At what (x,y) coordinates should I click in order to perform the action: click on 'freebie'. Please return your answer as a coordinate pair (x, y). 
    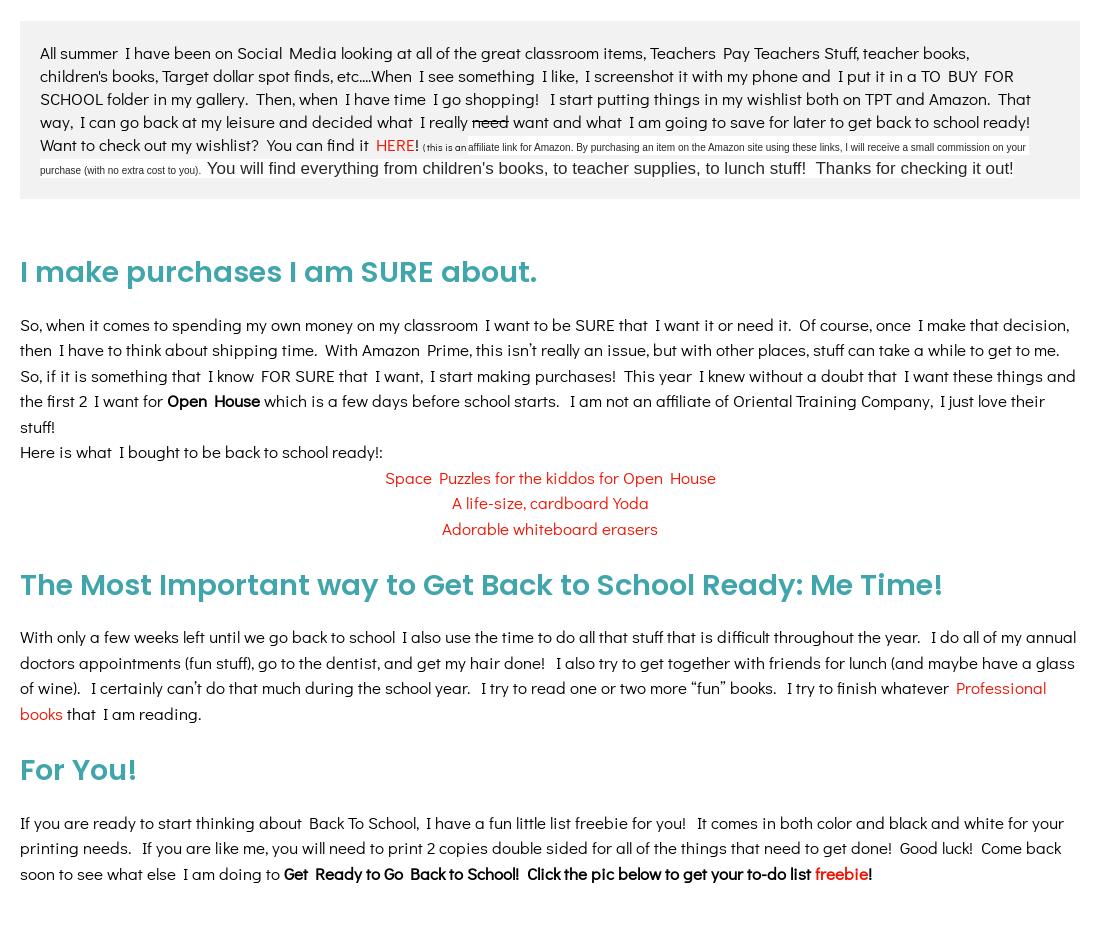
    Looking at the image, I should click on (841, 702).